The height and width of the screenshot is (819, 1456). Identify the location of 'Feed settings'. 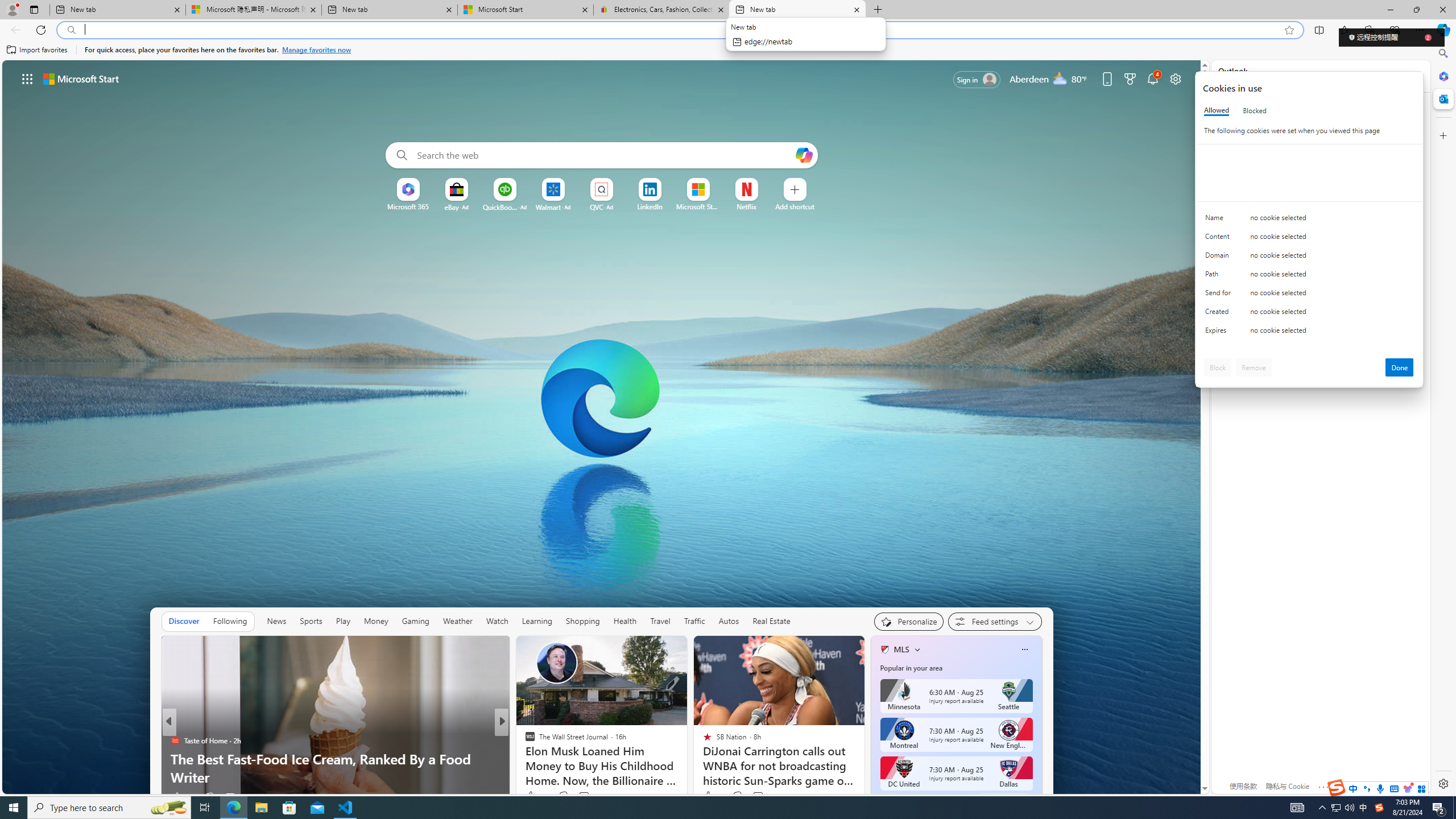
(994, 621).